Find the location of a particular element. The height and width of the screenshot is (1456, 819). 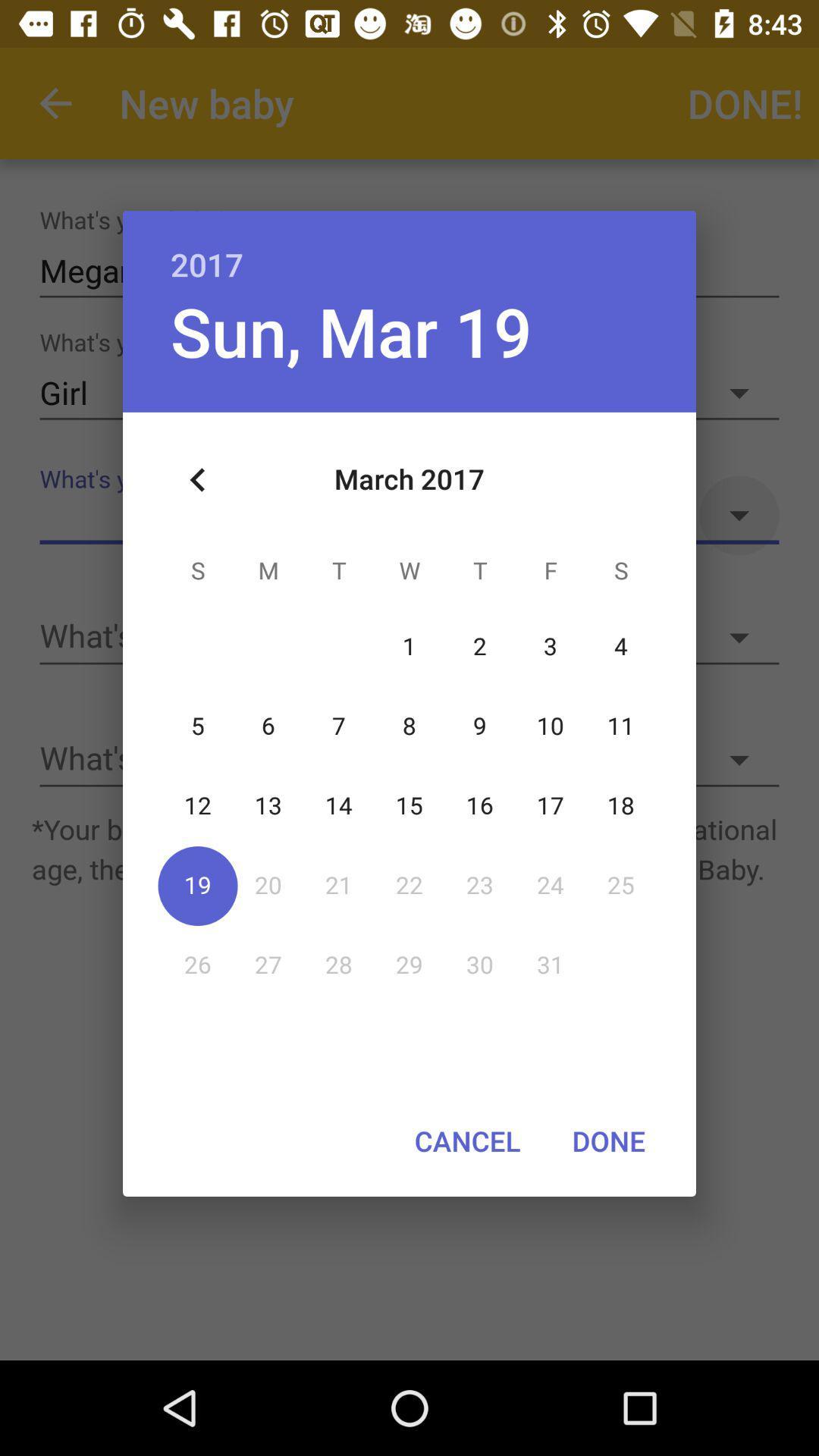

the 2017 item is located at coordinates (409, 248).